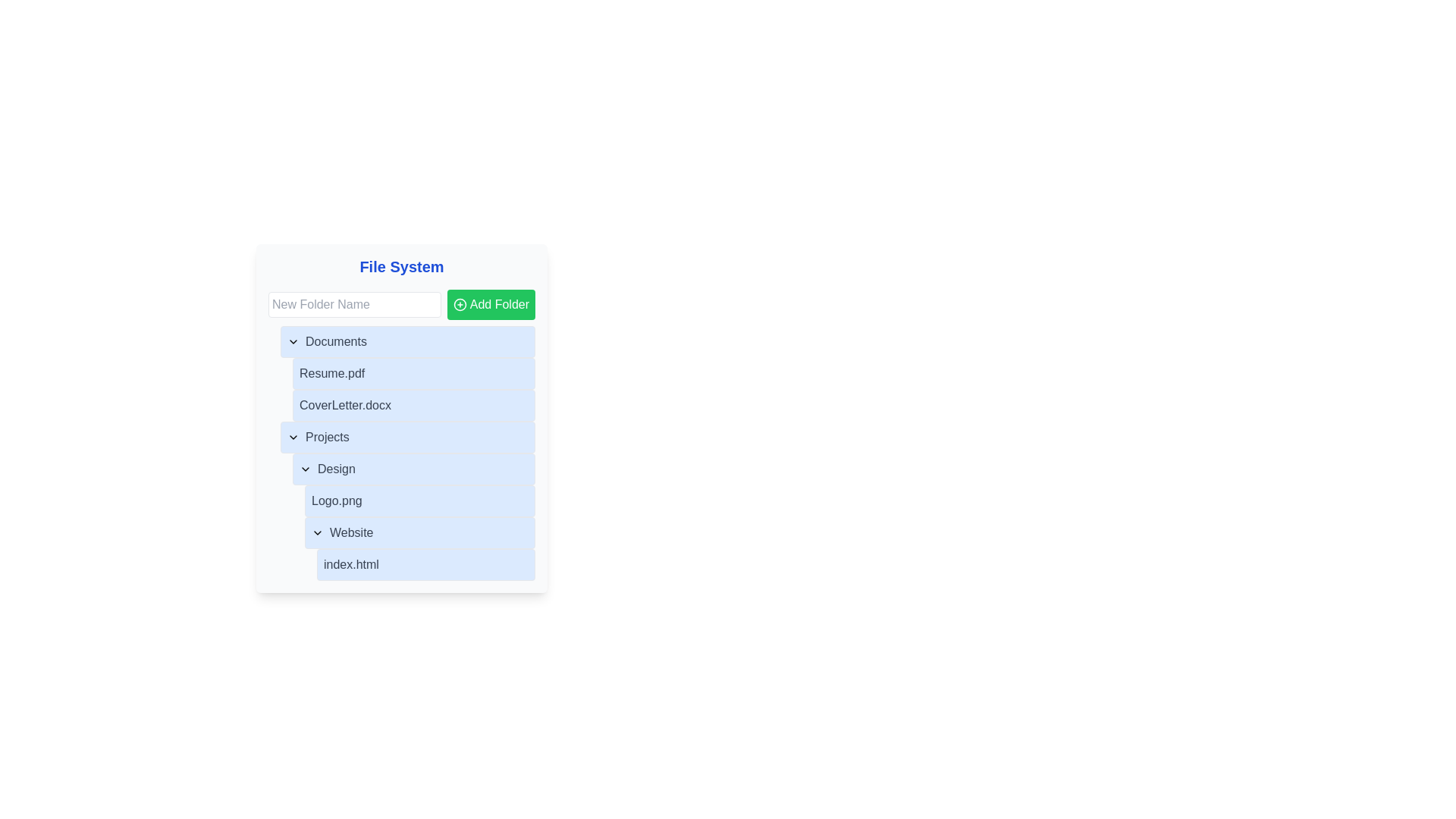 This screenshot has width=1456, height=819. What do you see at coordinates (308, 468) in the screenshot?
I see `the chevron/arrow icon to the left of the 'Design' text` at bounding box center [308, 468].